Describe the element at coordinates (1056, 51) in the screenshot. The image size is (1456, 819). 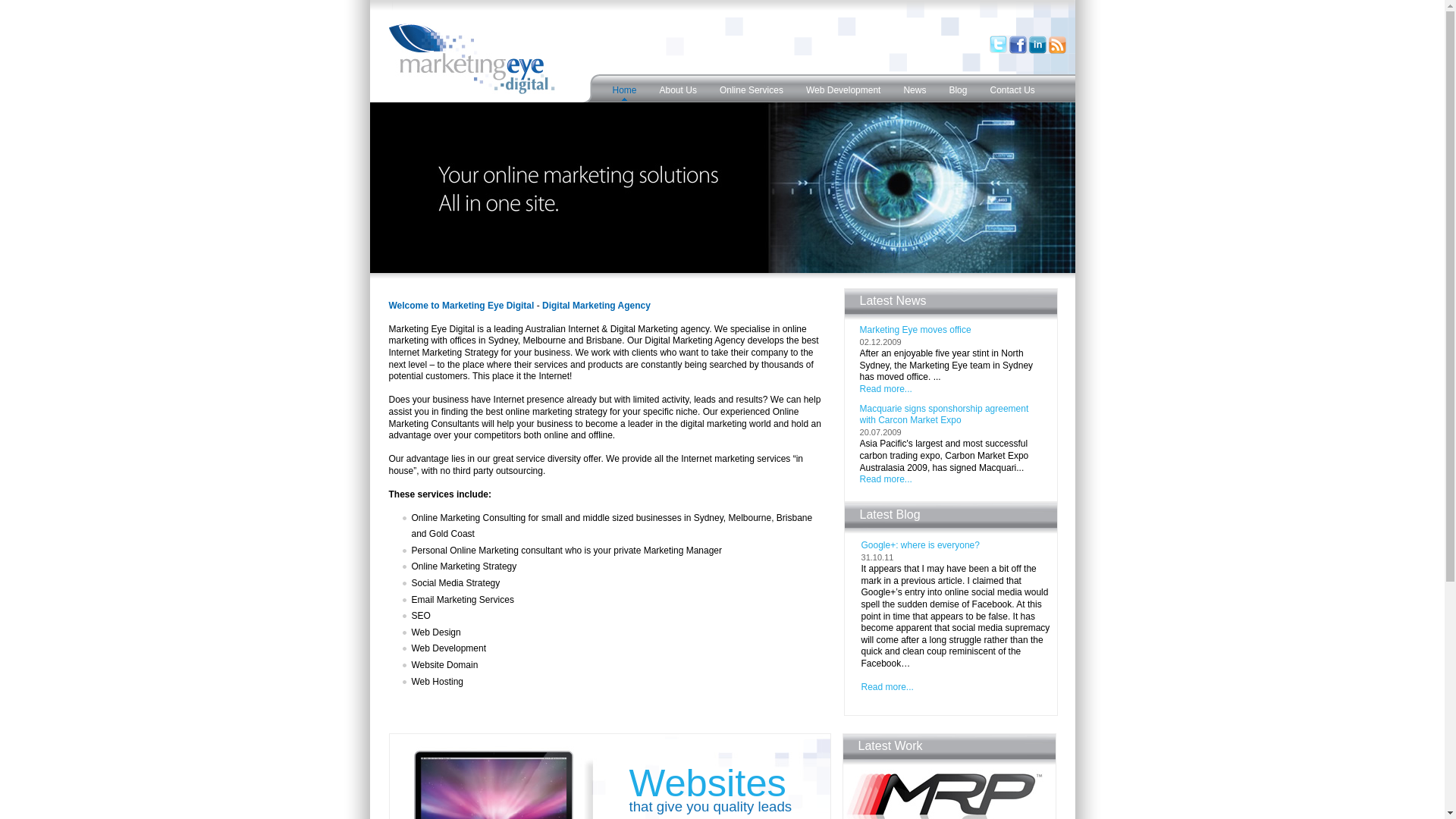
I see `'Subscribe to RSS Feed'` at that location.